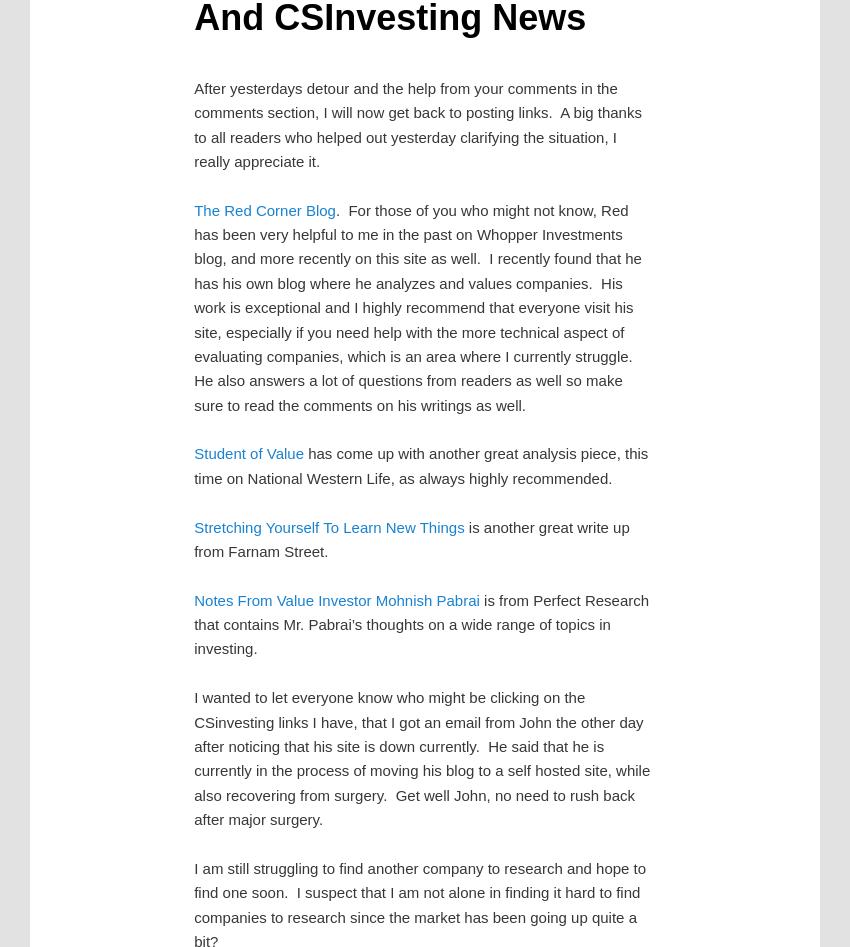 This screenshot has height=947, width=850. What do you see at coordinates (417, 306) in the screenshot?
I see `'.  For those of you who might not know, Red has been very helpful to me in the past on Whopper Investments blog, and more recently on this site as well.  I recently found that he has his own blog where he analyzes and values companies.  His work is exceptional and I highly recommend that everyone visit his site, especially if you need help with the more technical aspect of evaluating companies, which is an area where I currently struggle.  He also answers a lot of questions from readers as well so make sure to read the comments on his writings as well.'` at bounding box center [417, 306].